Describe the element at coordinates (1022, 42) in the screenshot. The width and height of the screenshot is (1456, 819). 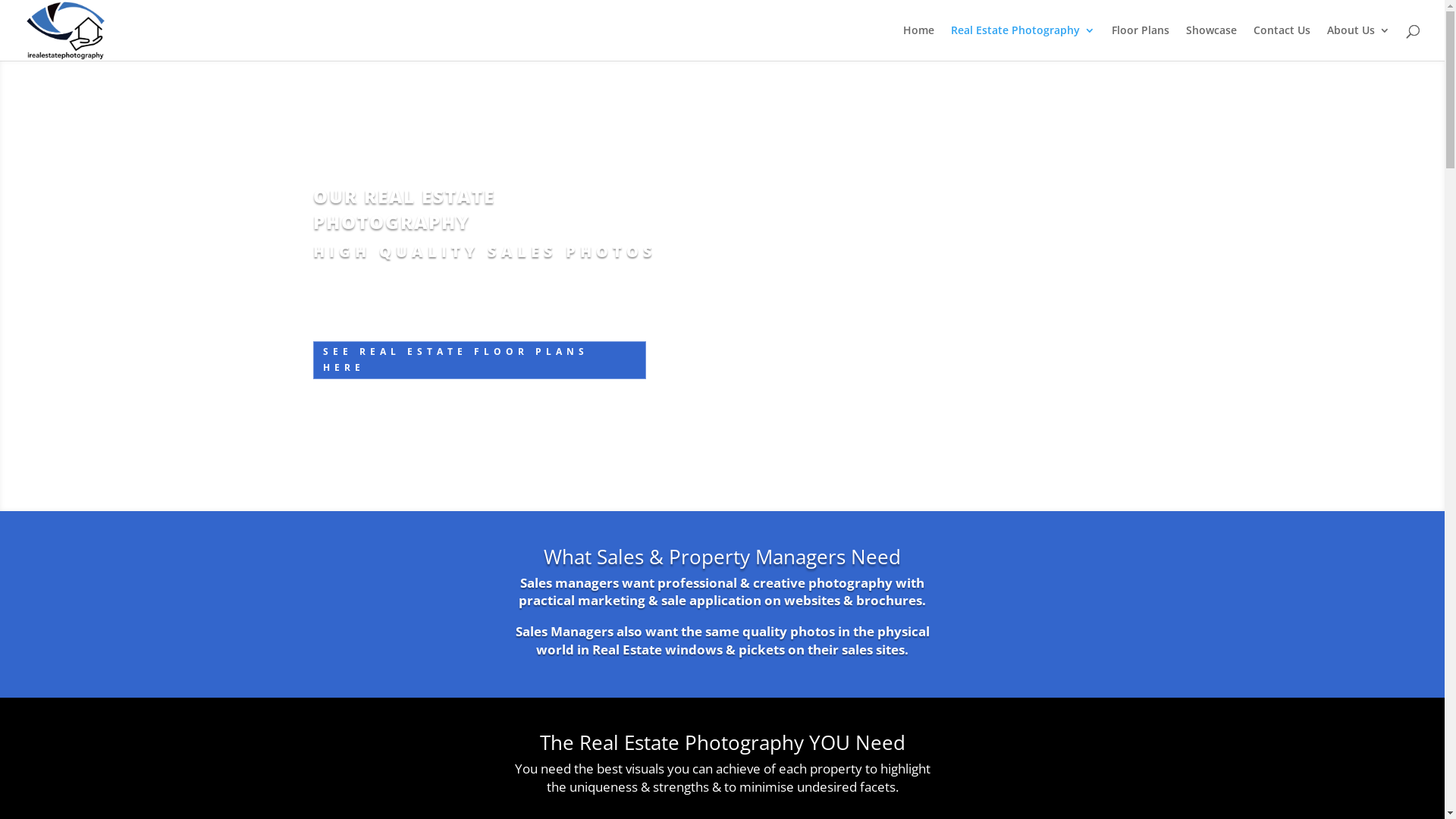
I see `'Real Estate Photography'` at that location.